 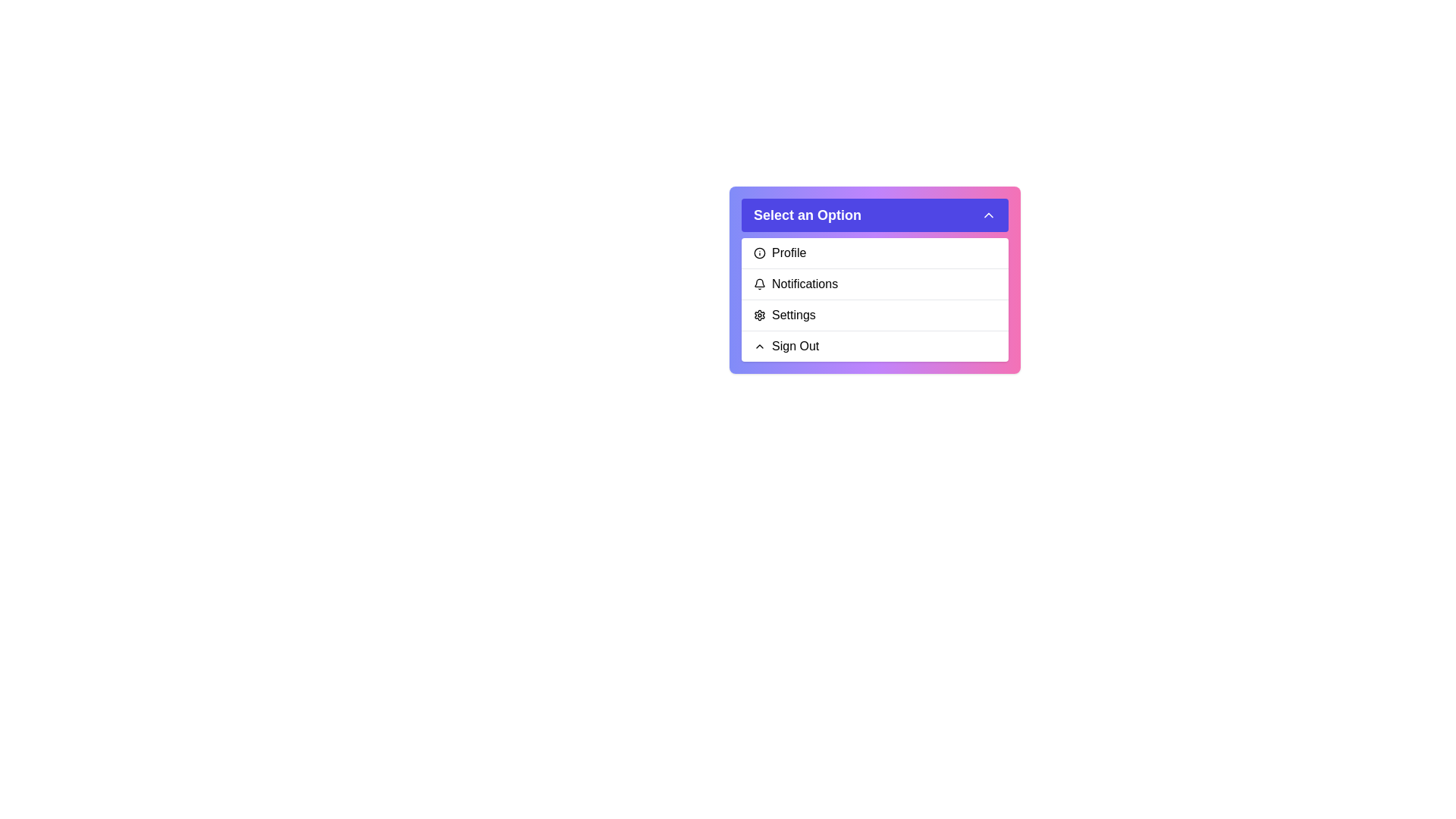 I want to click on the Settings from the dropdown menu, so click(x=874, y=314).